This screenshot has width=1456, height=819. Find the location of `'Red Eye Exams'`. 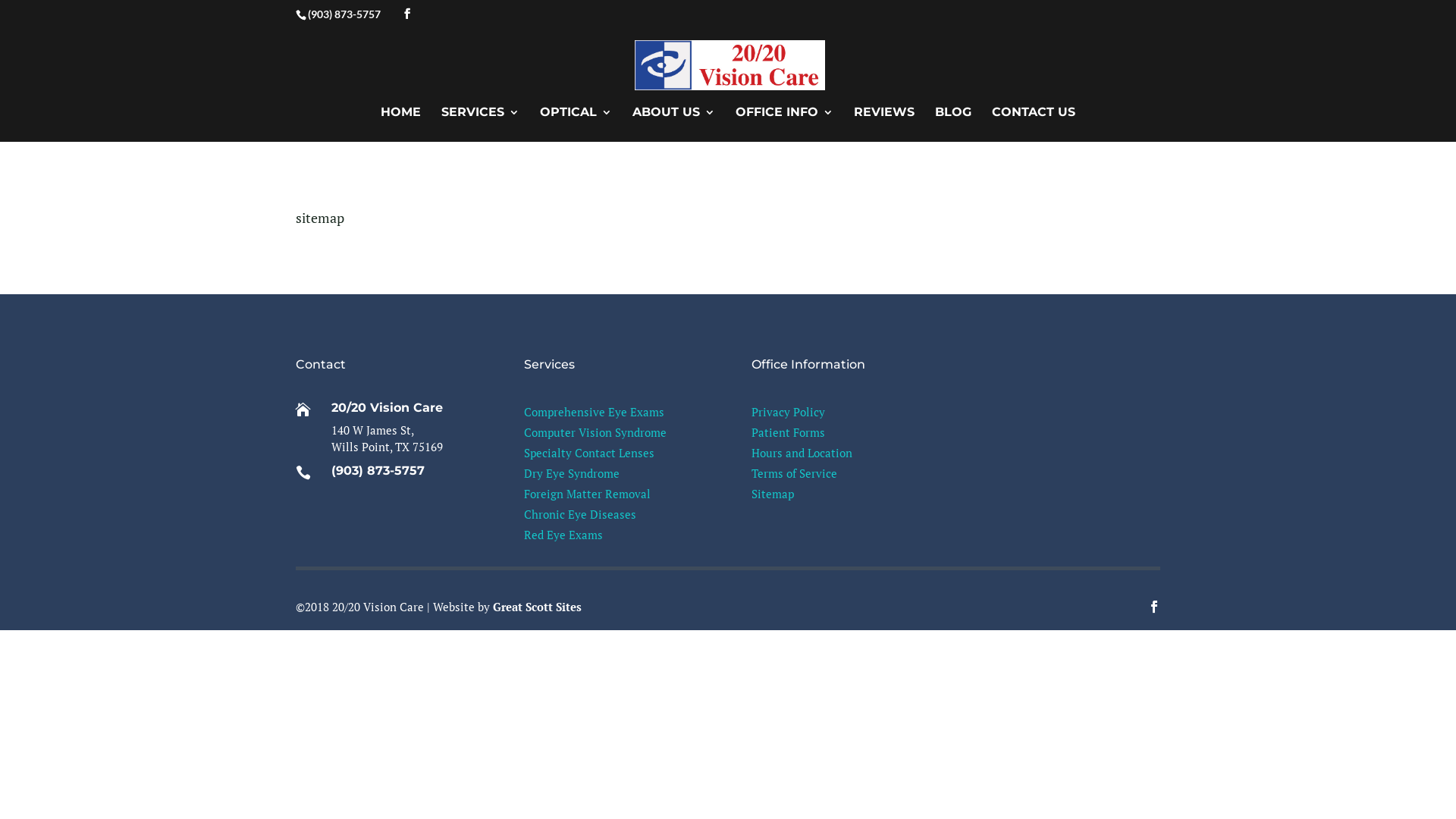

'Red Eye Exams' is located at coordinates (563, 534).